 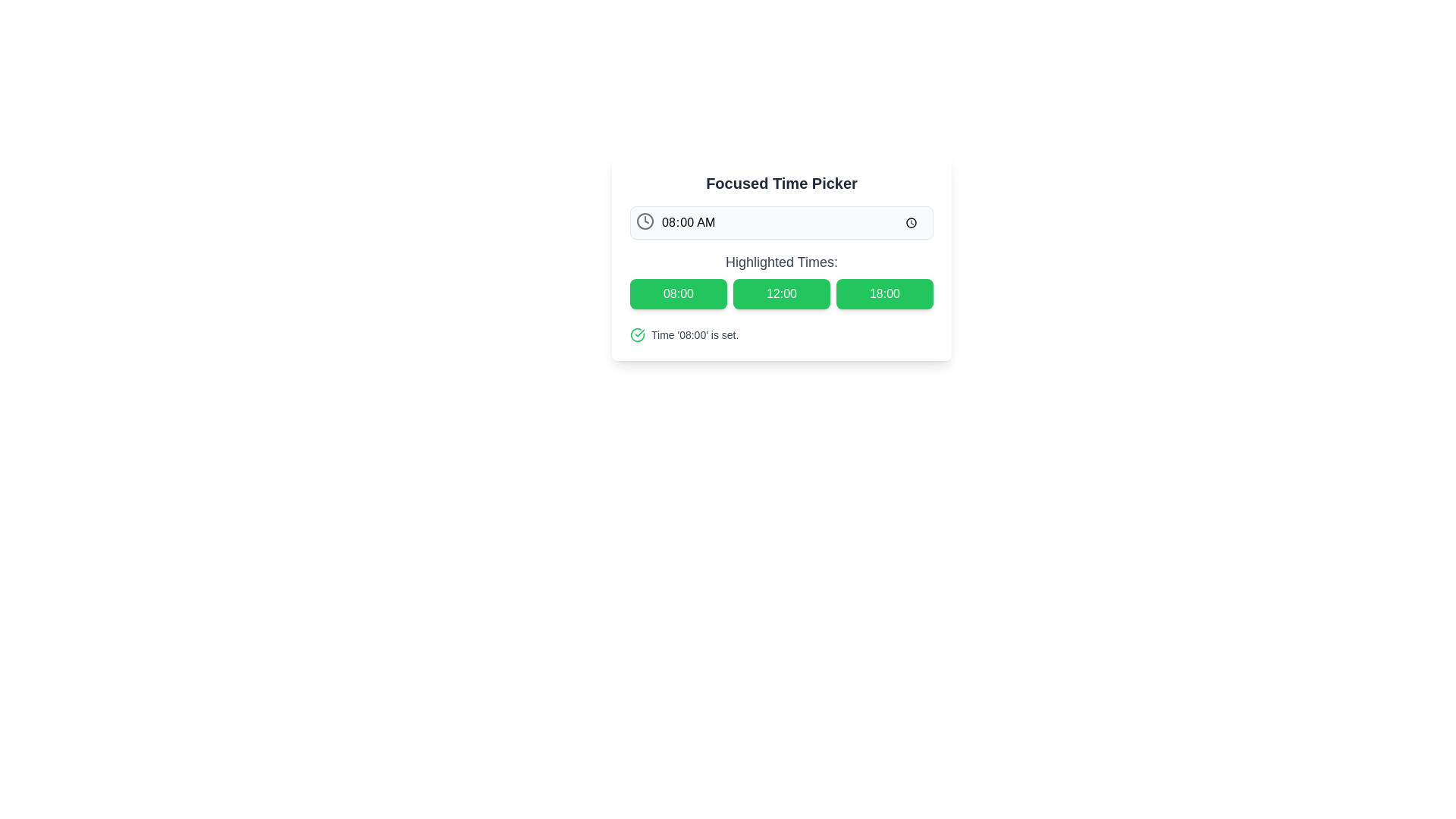 What do you see at coordinates (645, 221) in the screenshot?
I see `the clock-shaped icon, which is a gray, minimalist design located adjacent to the '08:00 AM' text input field` at bounding box center [645, 221].